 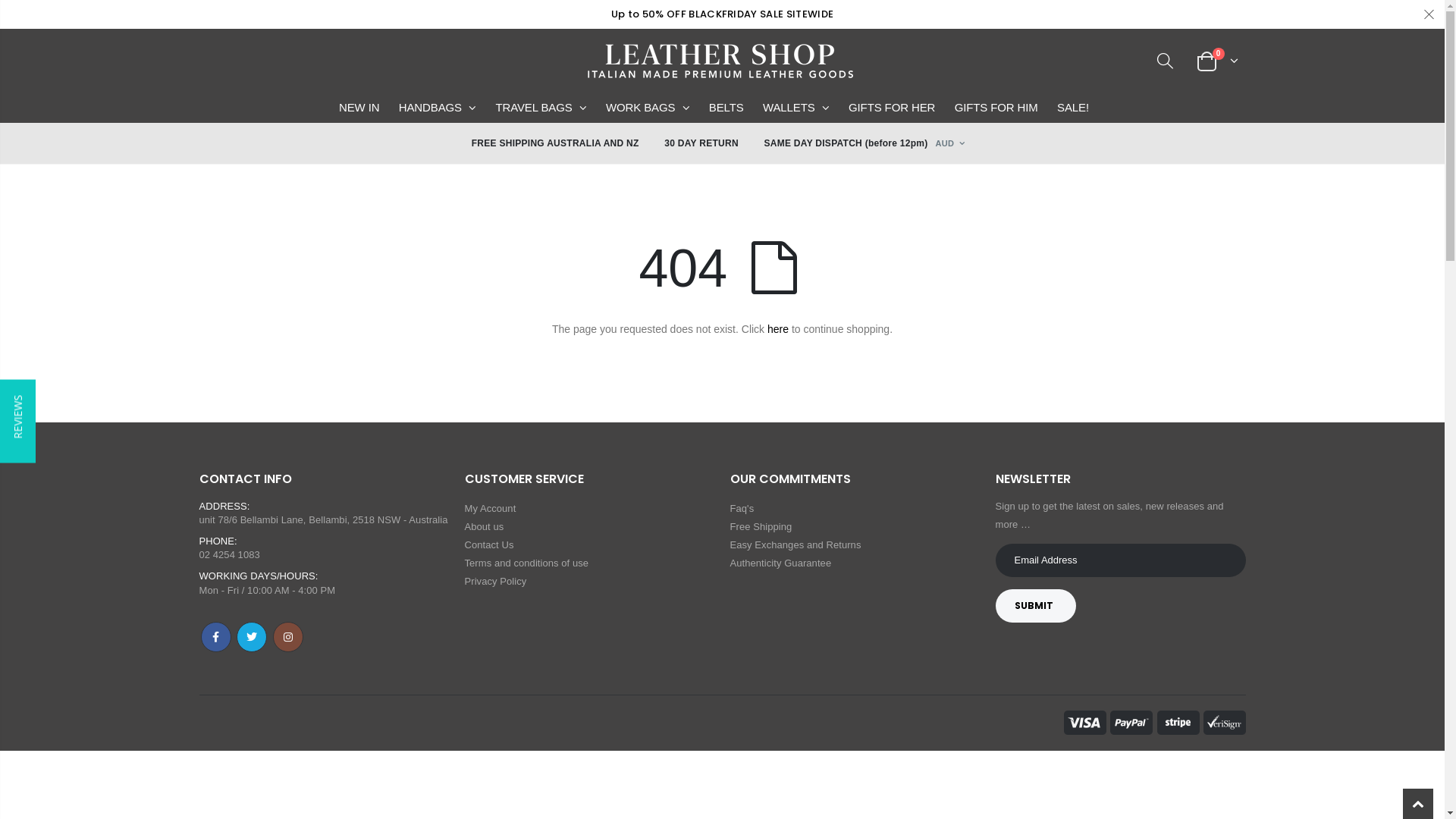 I want to click on 'AED', so click(x=948, y=168).